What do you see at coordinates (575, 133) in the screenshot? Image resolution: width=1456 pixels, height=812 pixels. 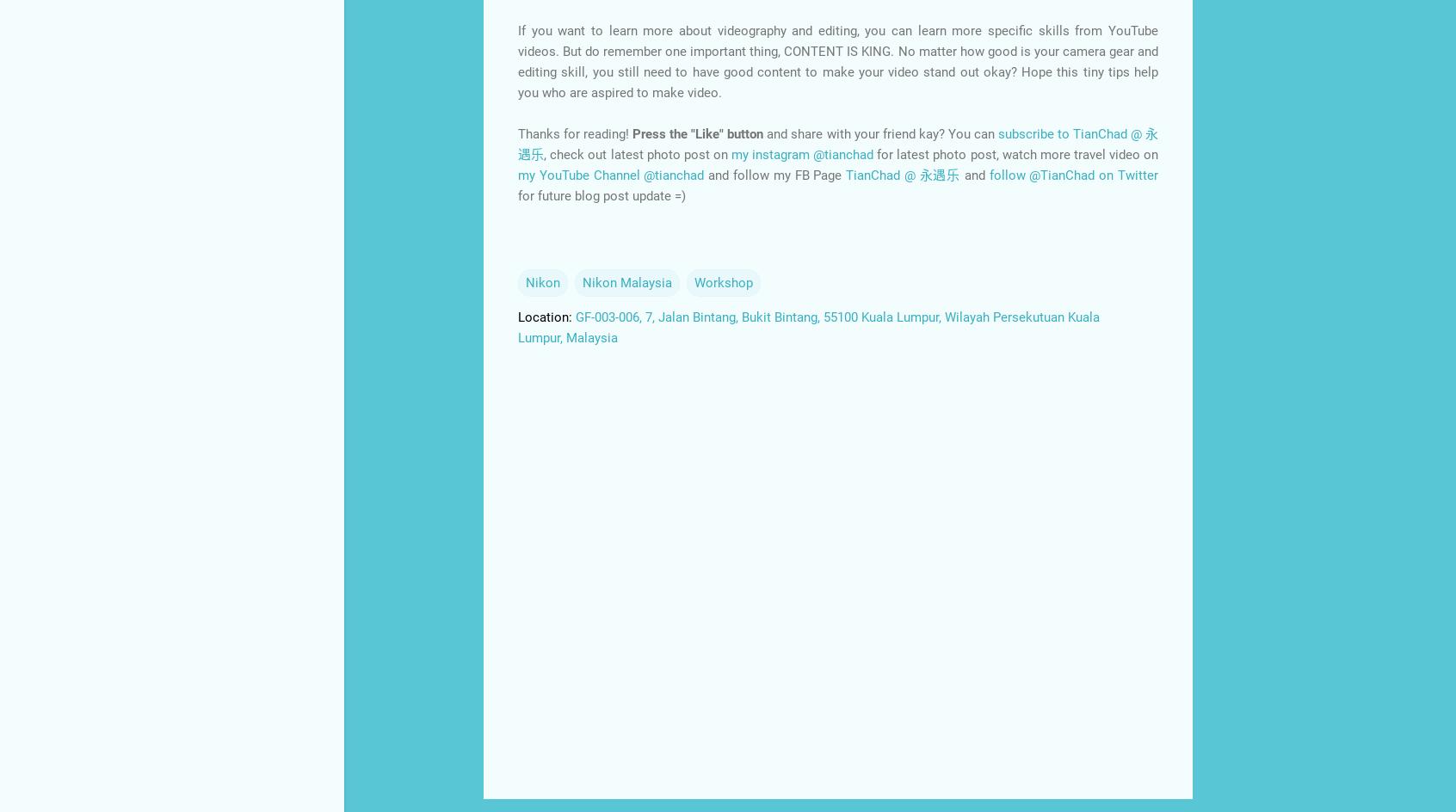 I see `'Thanks for reading!'` at bounding box center [575, 133].